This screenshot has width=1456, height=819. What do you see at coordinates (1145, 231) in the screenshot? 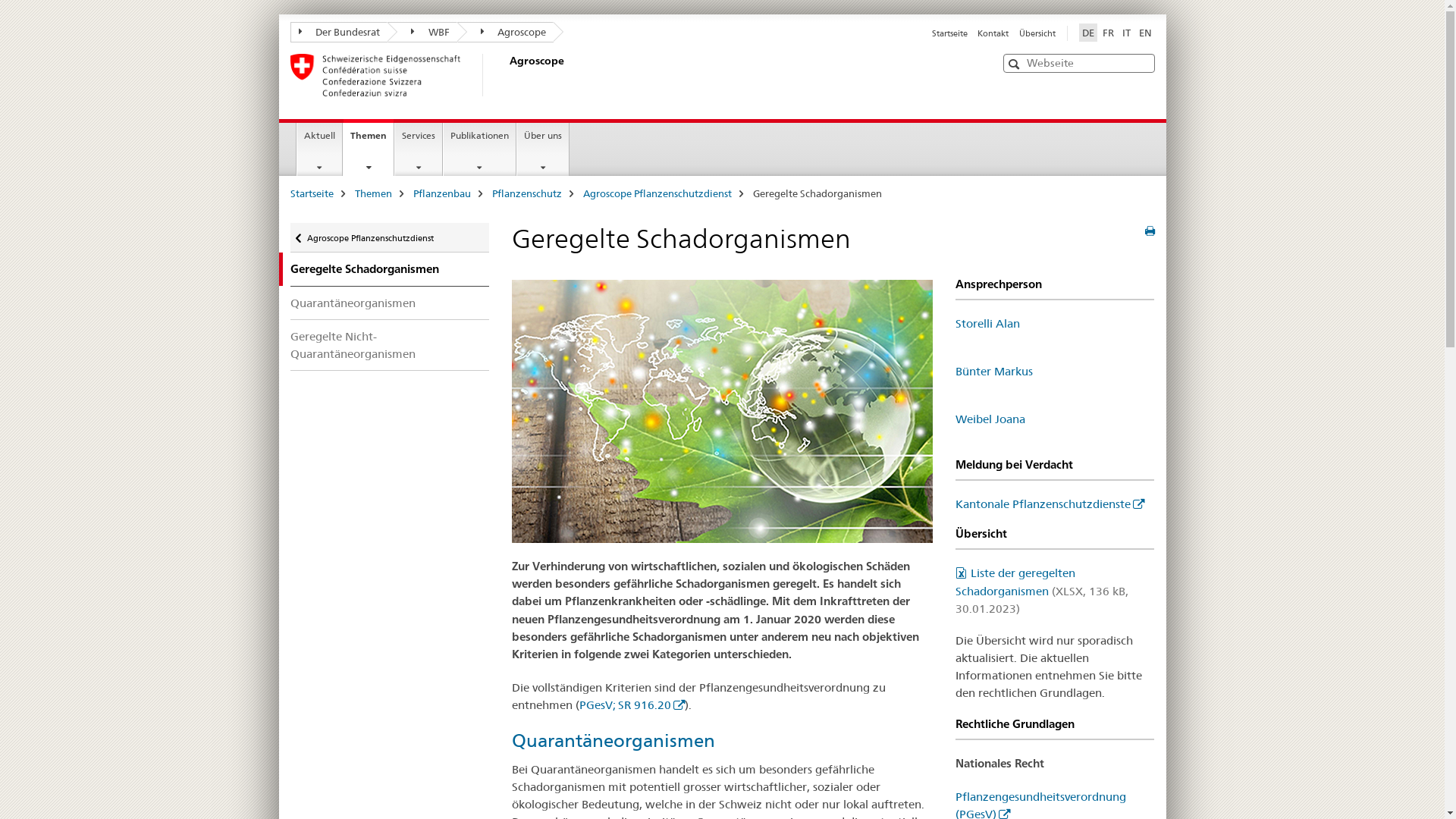
I see `'Seite drucken'` at bounding box center [1145, 231].